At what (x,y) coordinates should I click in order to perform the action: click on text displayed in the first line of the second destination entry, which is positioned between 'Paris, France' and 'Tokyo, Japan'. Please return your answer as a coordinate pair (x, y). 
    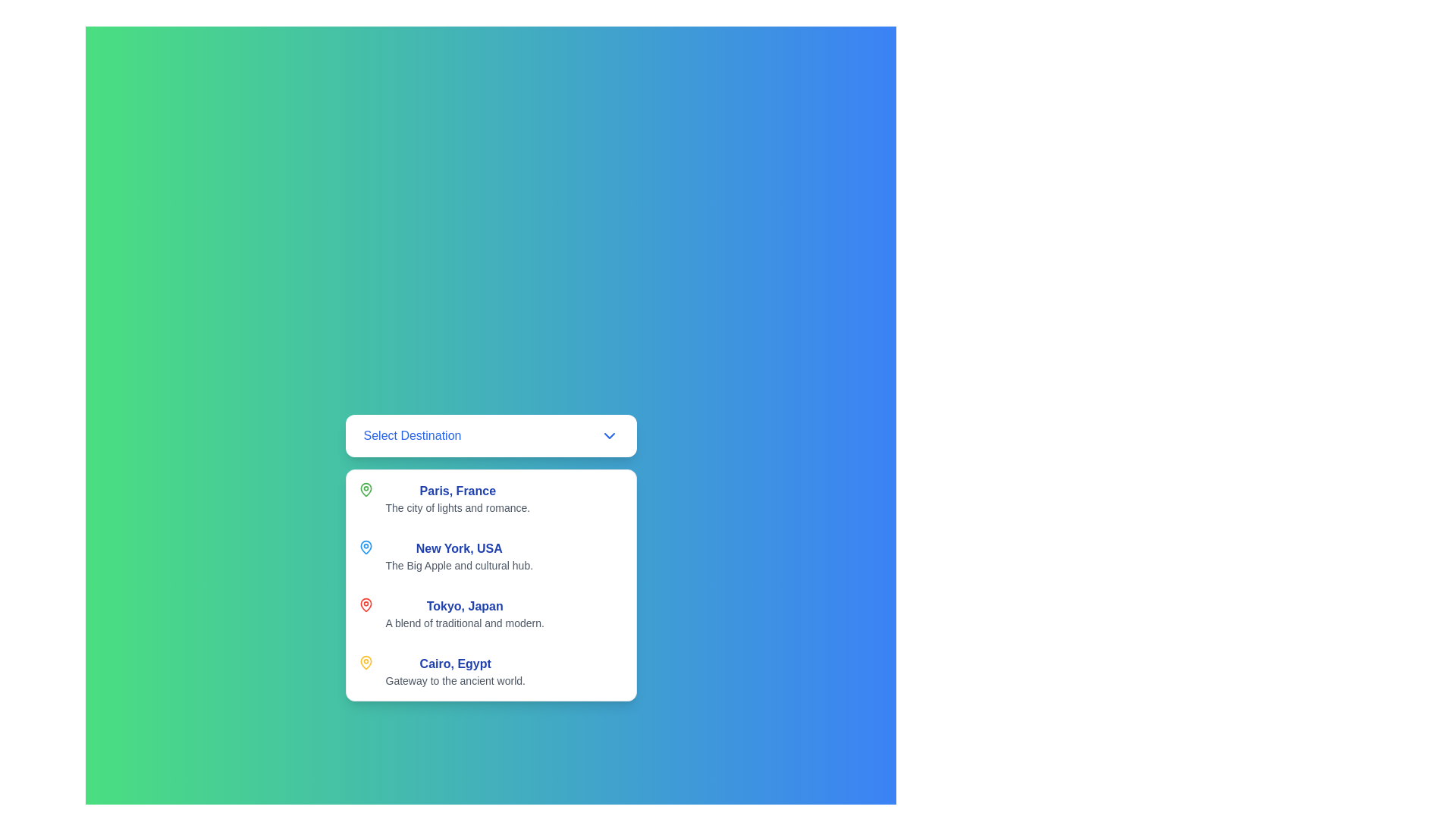
    Looking at the image, I should click on (458, 549).